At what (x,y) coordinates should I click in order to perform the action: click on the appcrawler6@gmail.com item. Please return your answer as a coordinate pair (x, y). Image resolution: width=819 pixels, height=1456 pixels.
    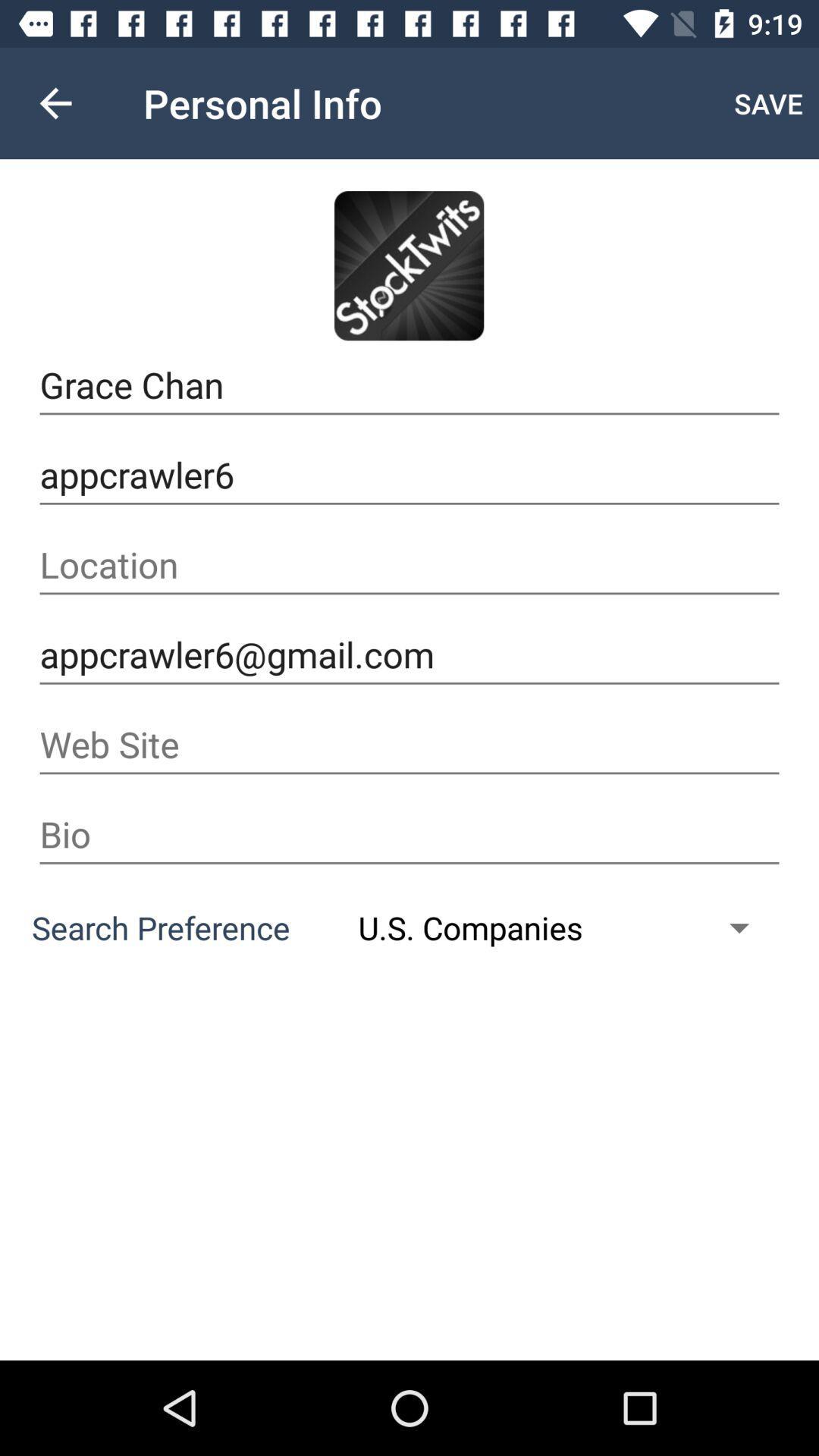
    Looking at the image, I should click on (409, 655).